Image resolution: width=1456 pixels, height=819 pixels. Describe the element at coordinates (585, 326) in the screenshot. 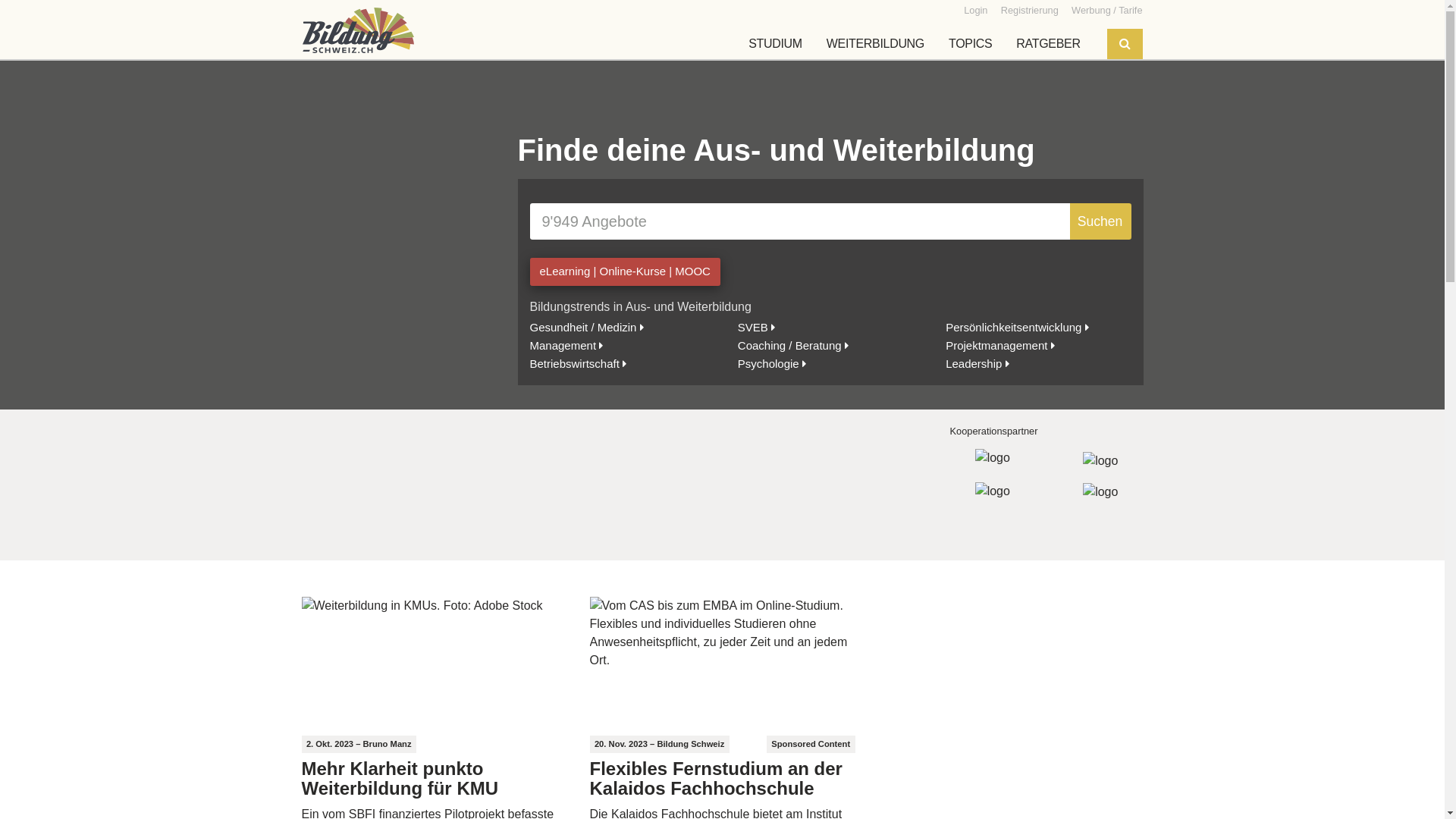

I see `'Gesundheit / Medizin'` at that location.